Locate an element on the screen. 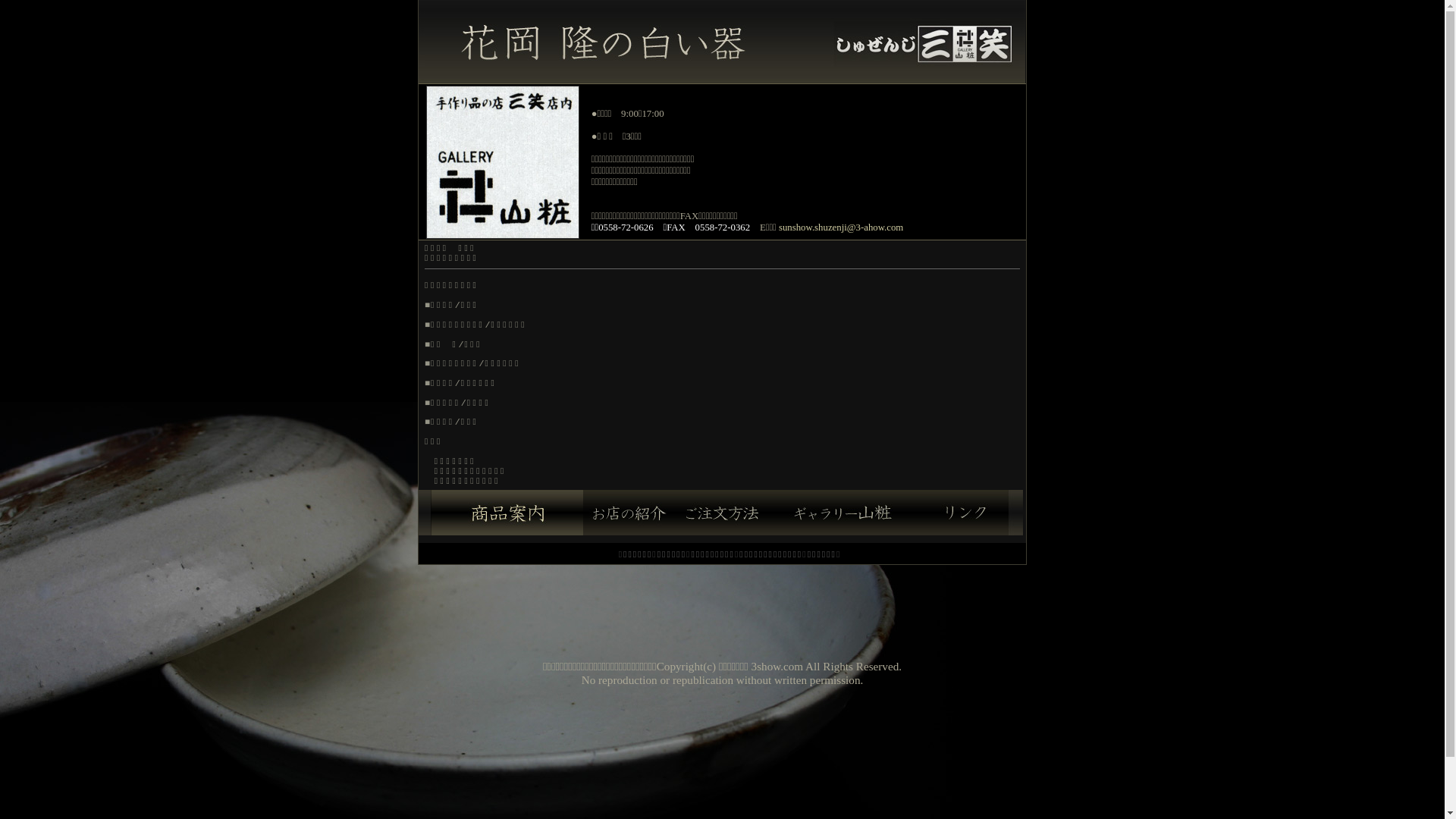 This screenshot has height=819, width=1456. 'sunshow.shuzenji@3-ahow.com' is located at coordinates (839, 227).